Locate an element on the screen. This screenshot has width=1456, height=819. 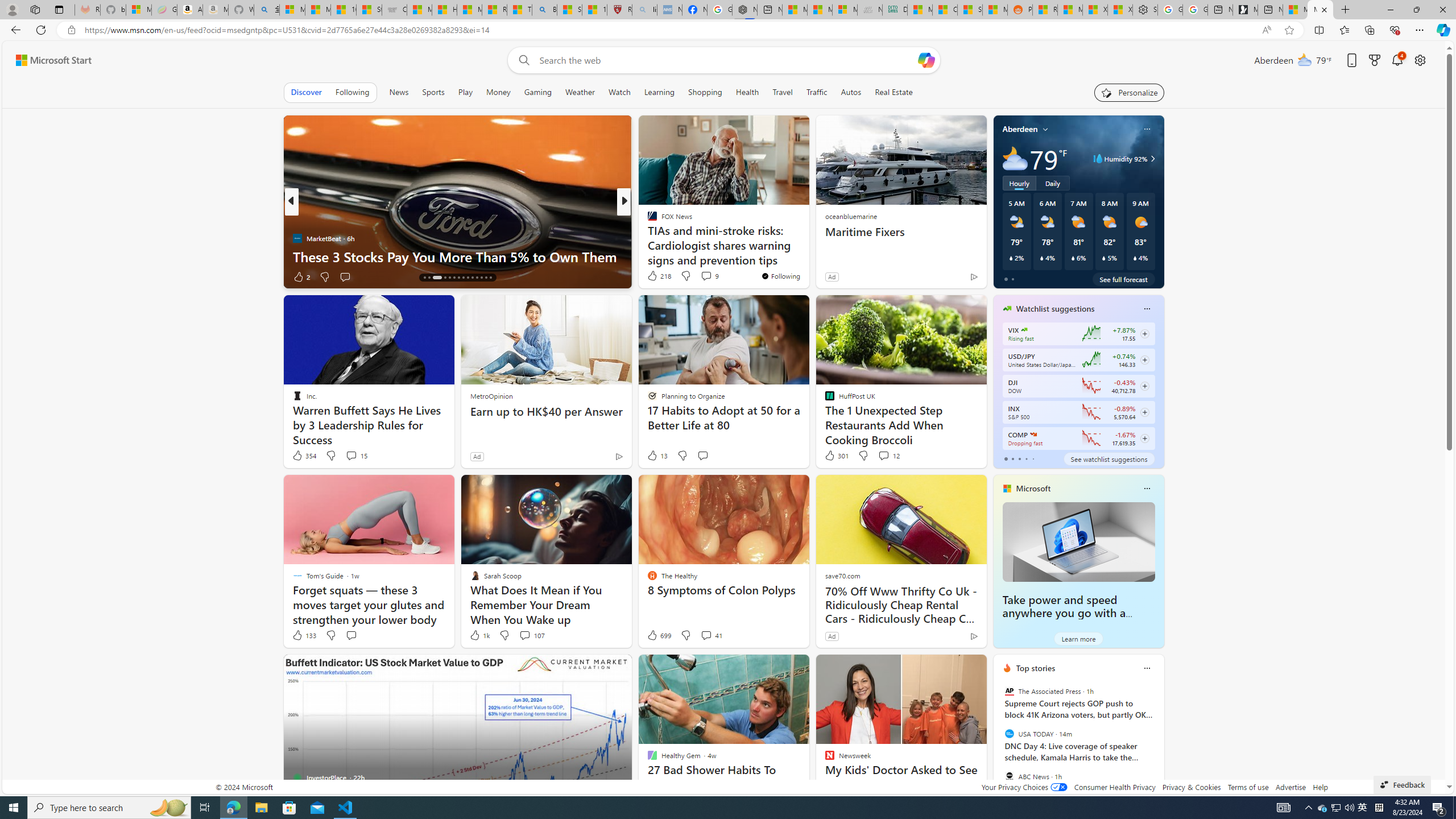
'MetroOpinion' is located at coordinates (491, 396).